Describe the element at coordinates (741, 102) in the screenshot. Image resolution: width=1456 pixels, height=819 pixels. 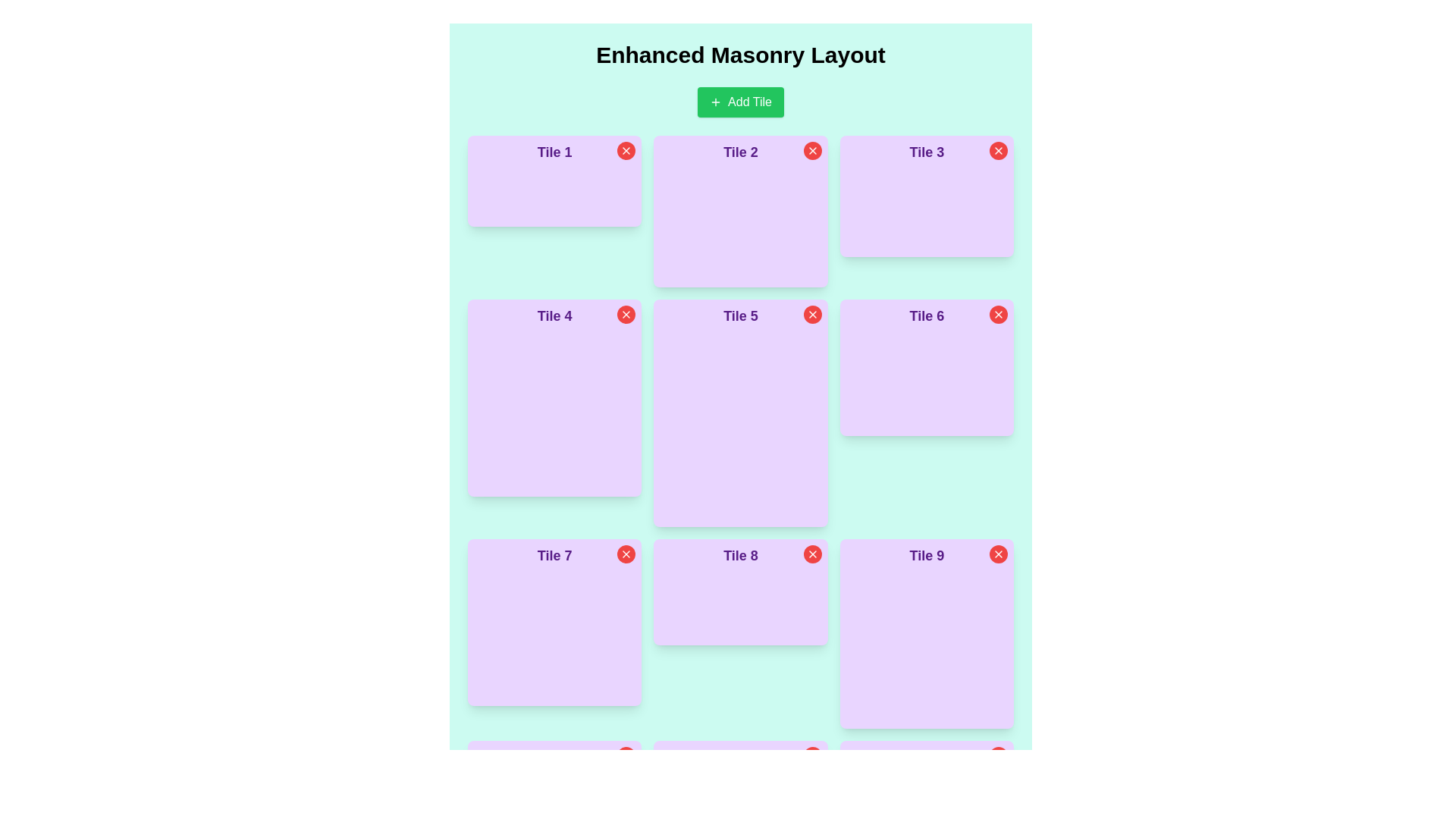
I see `the 'Add Tile' button, which is a rectangular button with a green background and white text, located below the 'Enhanced Masonry Layout' heading` at that location.